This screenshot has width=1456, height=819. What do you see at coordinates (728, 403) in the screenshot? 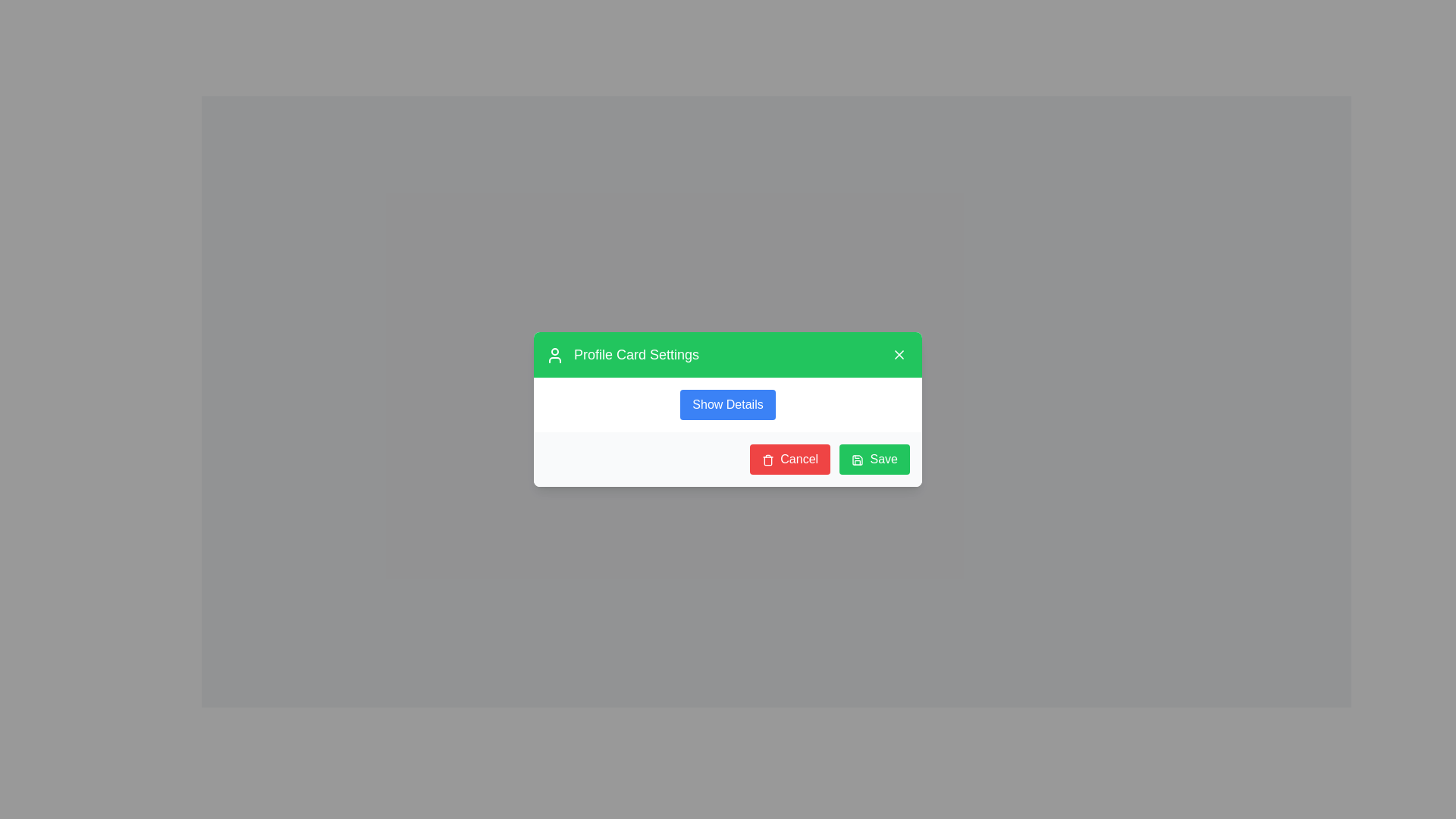
I see `the blue button labeled 'Show Details' to observe style changes` at bounding box center [728, 403].